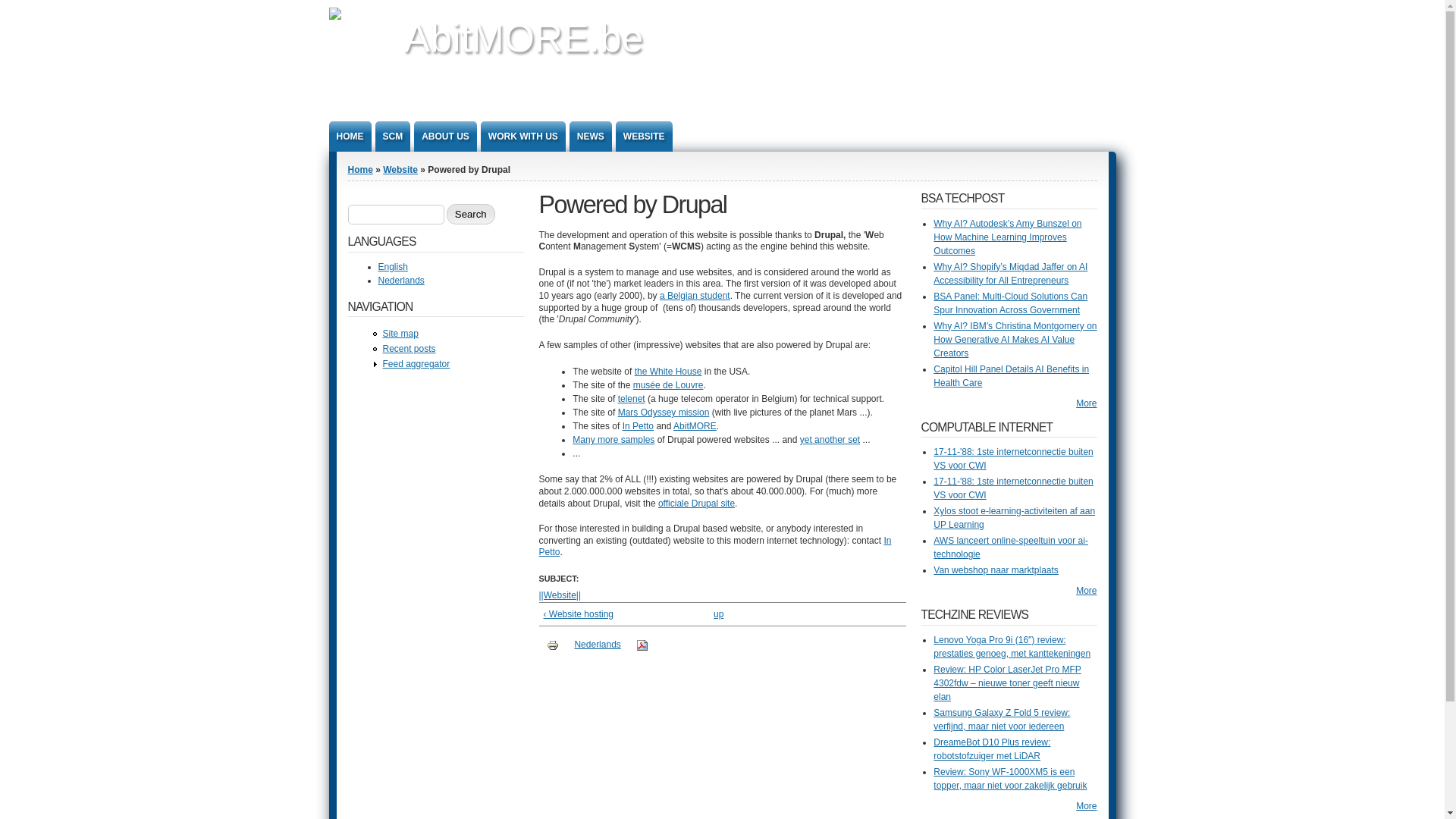  I want to click on 'More', so click(1075, 805).